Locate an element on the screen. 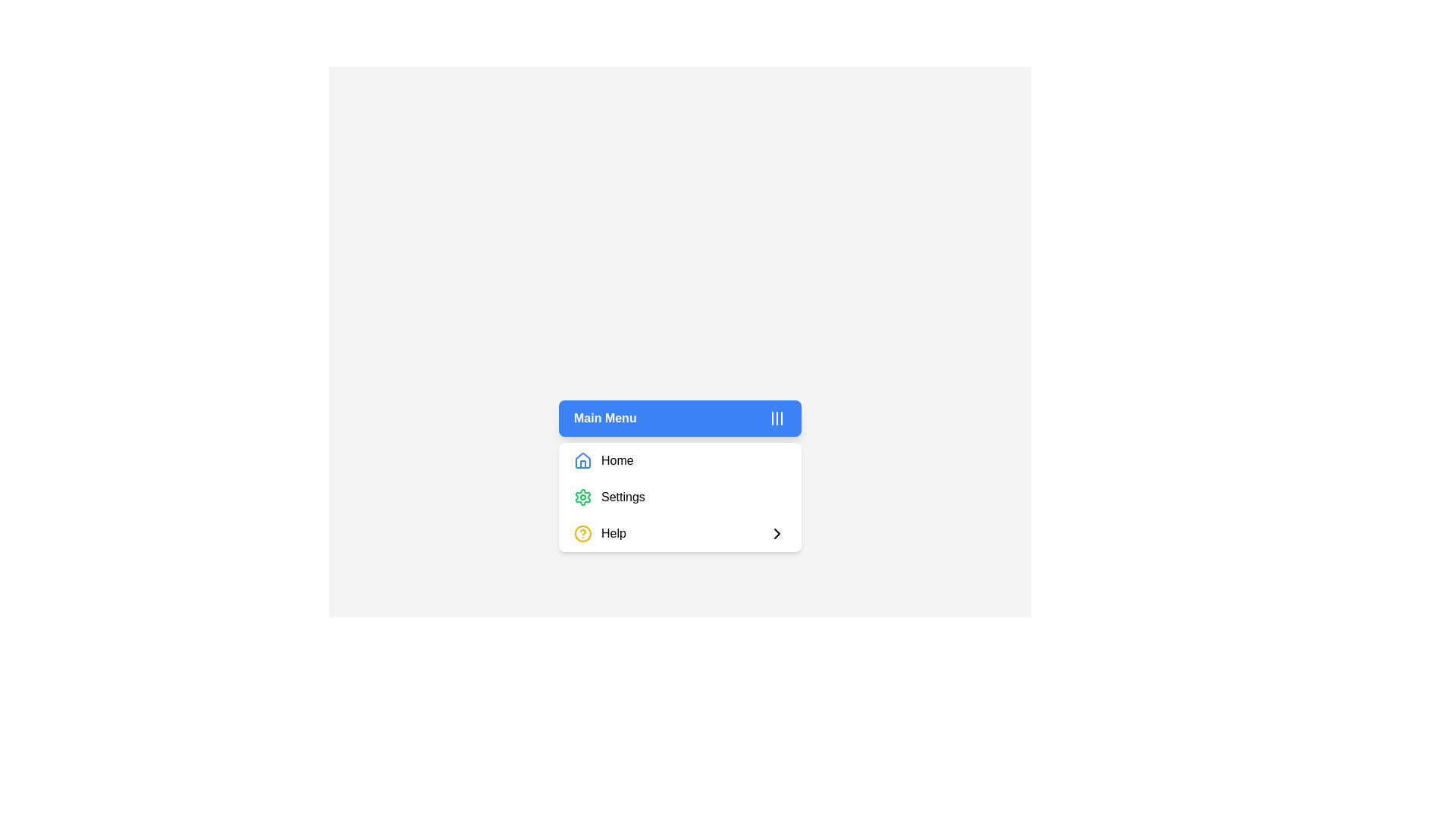  the circular yellow help icon located next to the 'Help' label in the lower part of the menu is located at coordinates (582, 533).